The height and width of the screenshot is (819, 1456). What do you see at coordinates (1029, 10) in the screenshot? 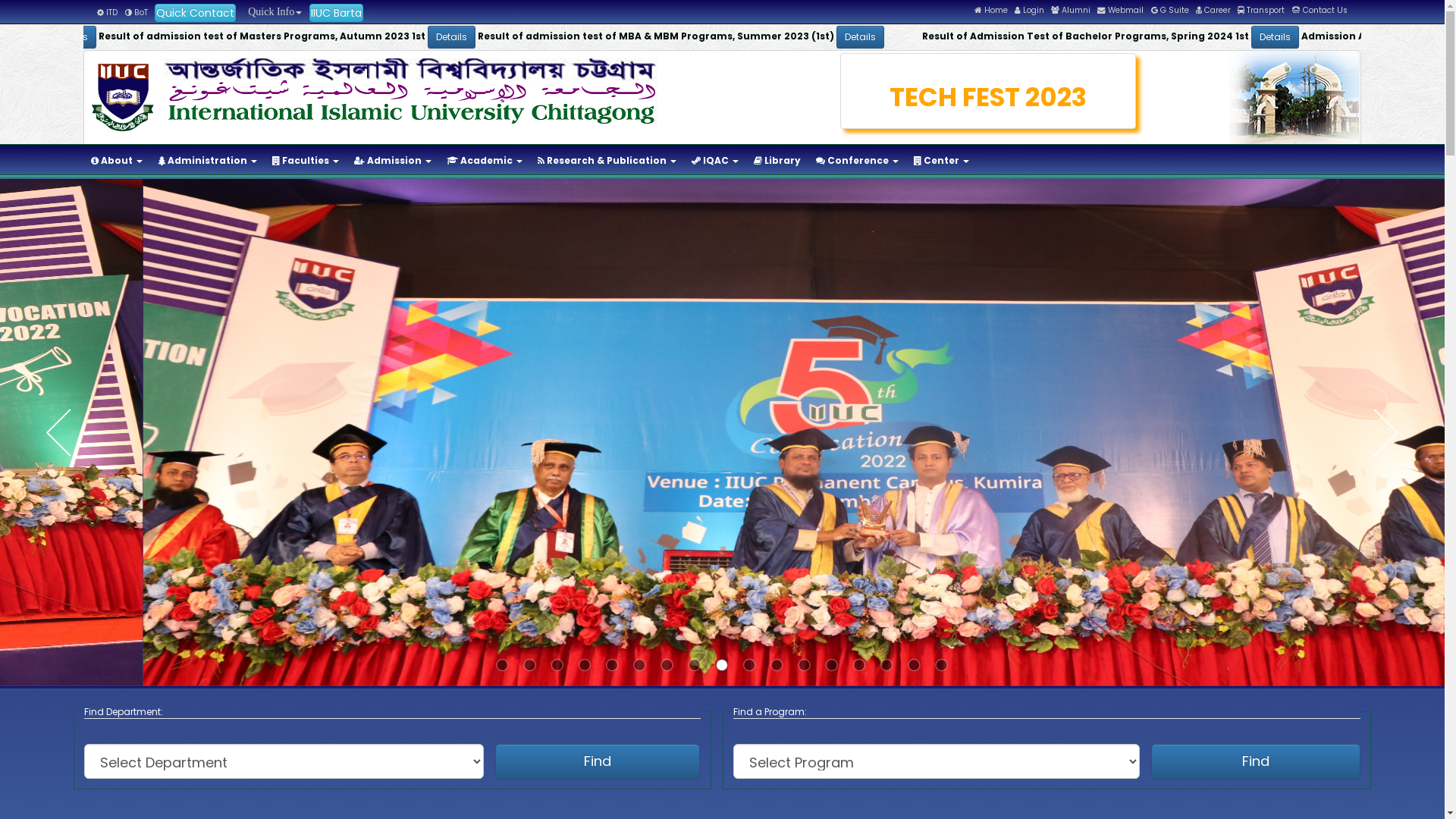
I see `'Login'` at bounding box center [1029, 10].